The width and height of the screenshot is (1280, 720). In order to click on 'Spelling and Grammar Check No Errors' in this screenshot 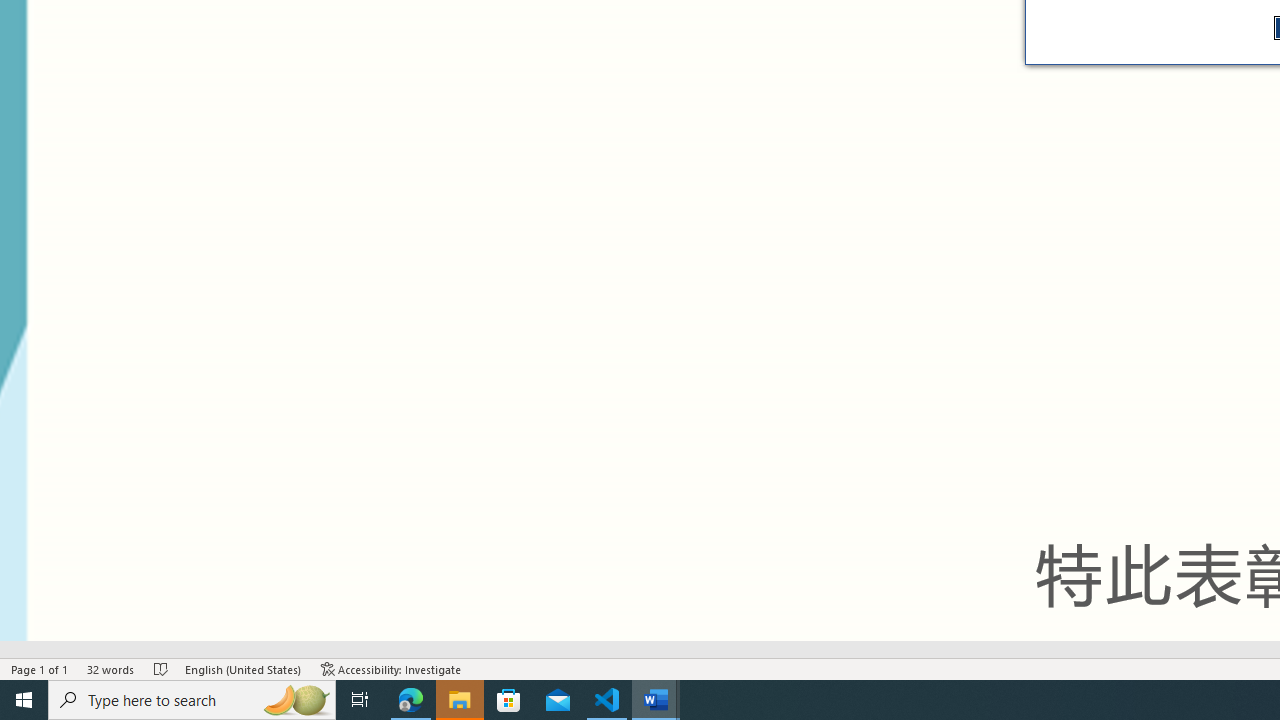, I will do `click(161, 669)`.